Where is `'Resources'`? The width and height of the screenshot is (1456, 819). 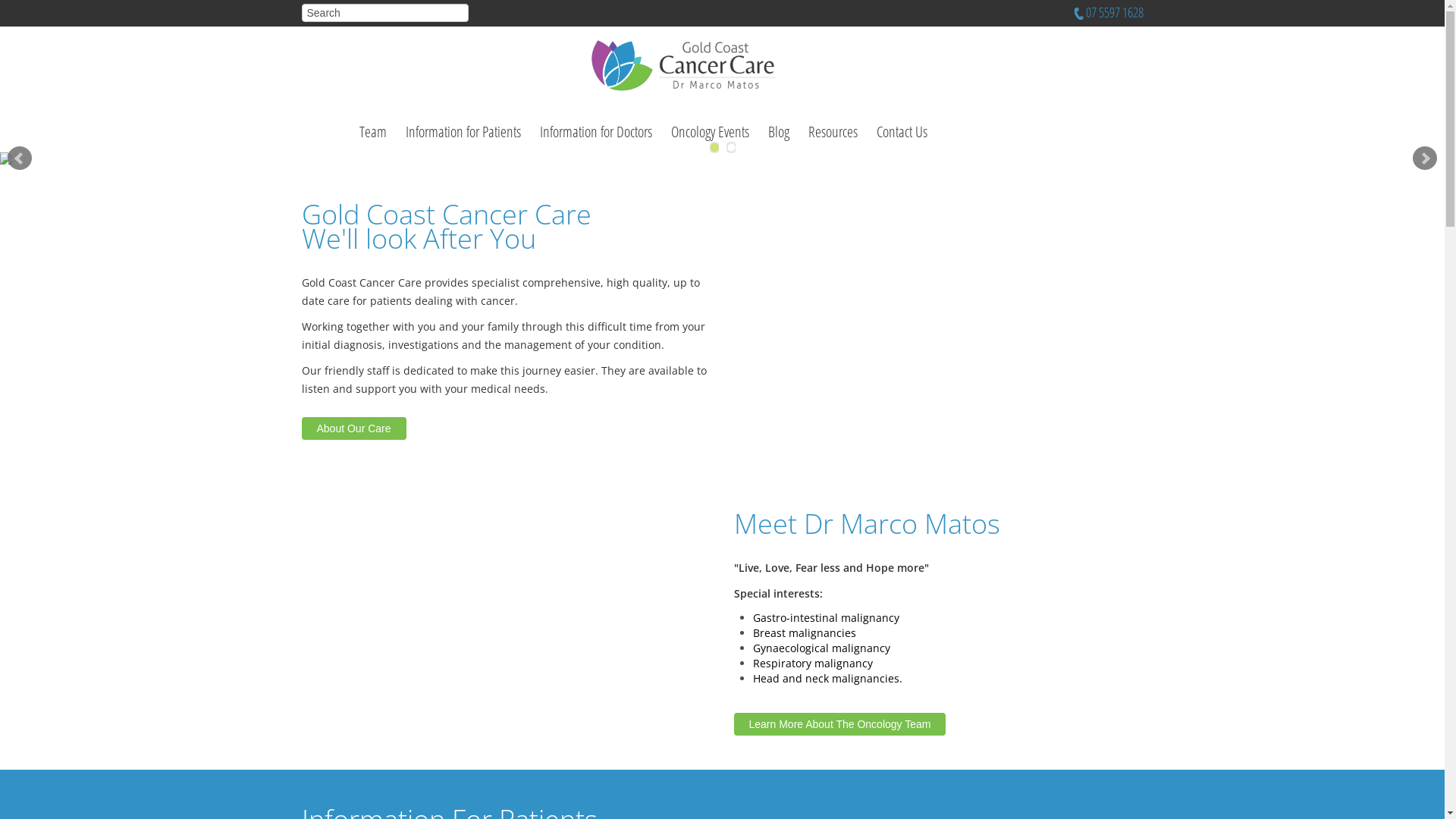 'Resources' is located at coordinates (832, 130).